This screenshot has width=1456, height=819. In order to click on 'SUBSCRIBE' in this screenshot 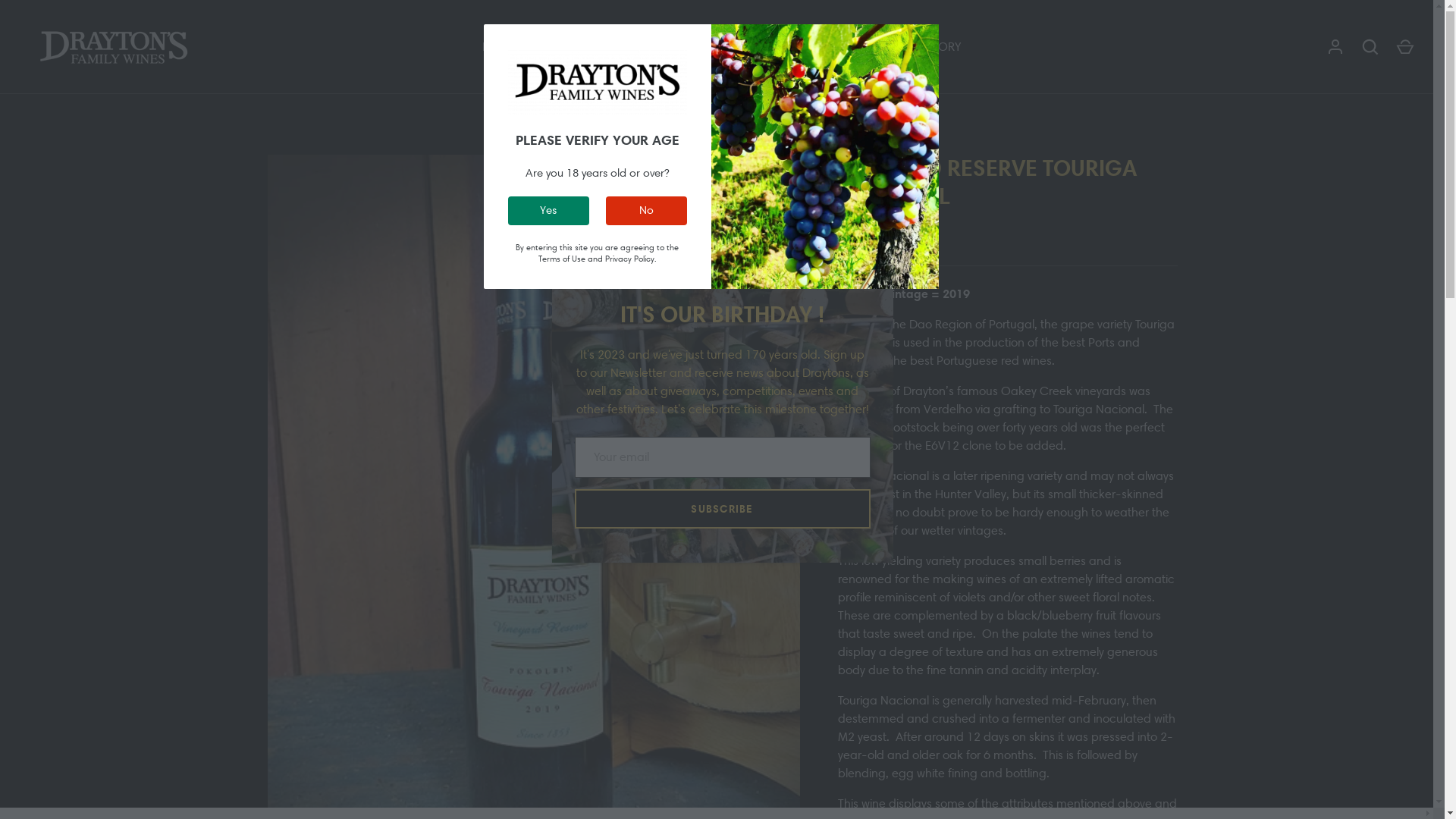, I will do `click(722, 519)`.